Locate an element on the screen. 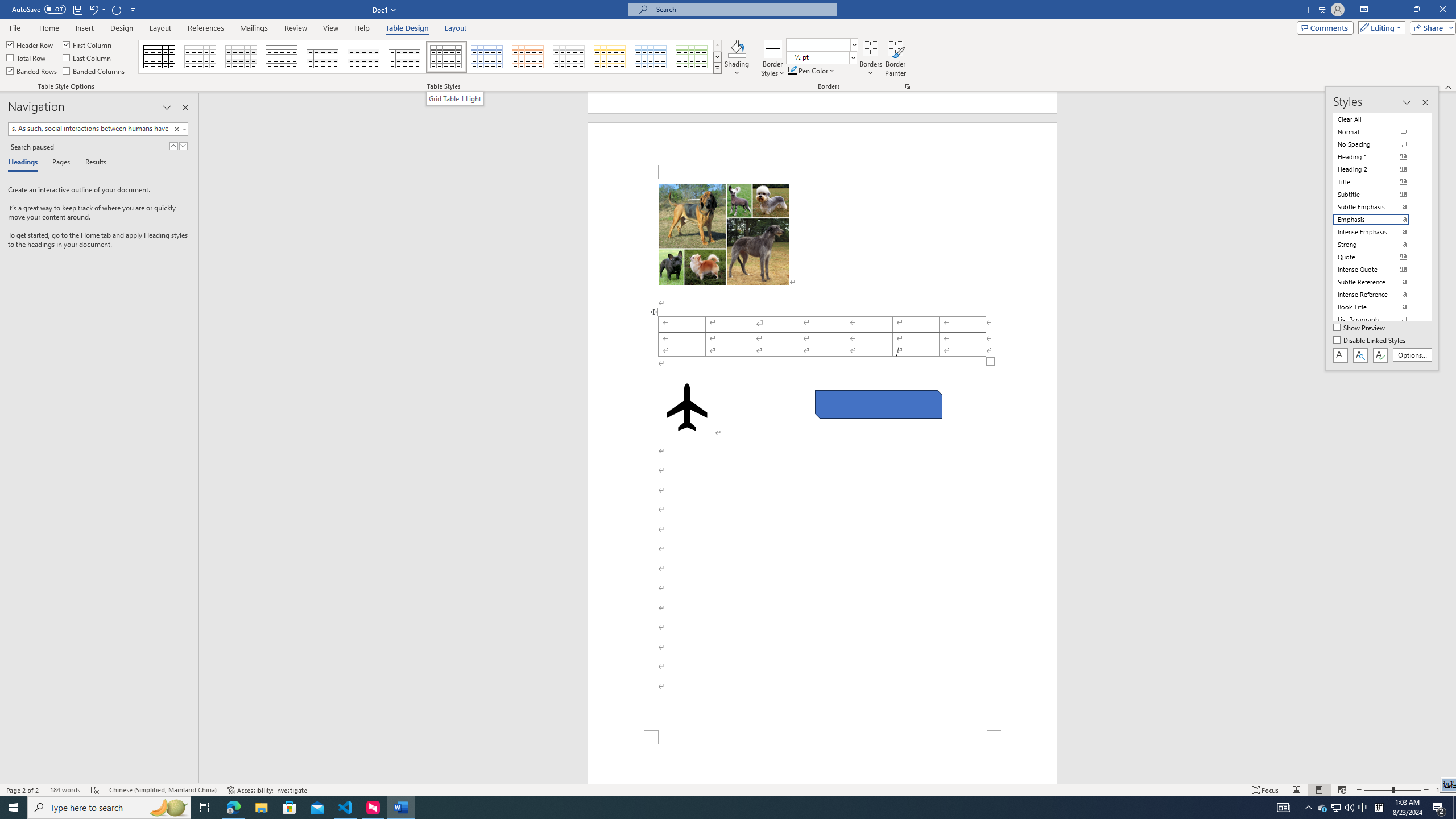 The width and height of the screenshot is (1456, 819). 'Table Grid' is located at coordinates (160, 56).